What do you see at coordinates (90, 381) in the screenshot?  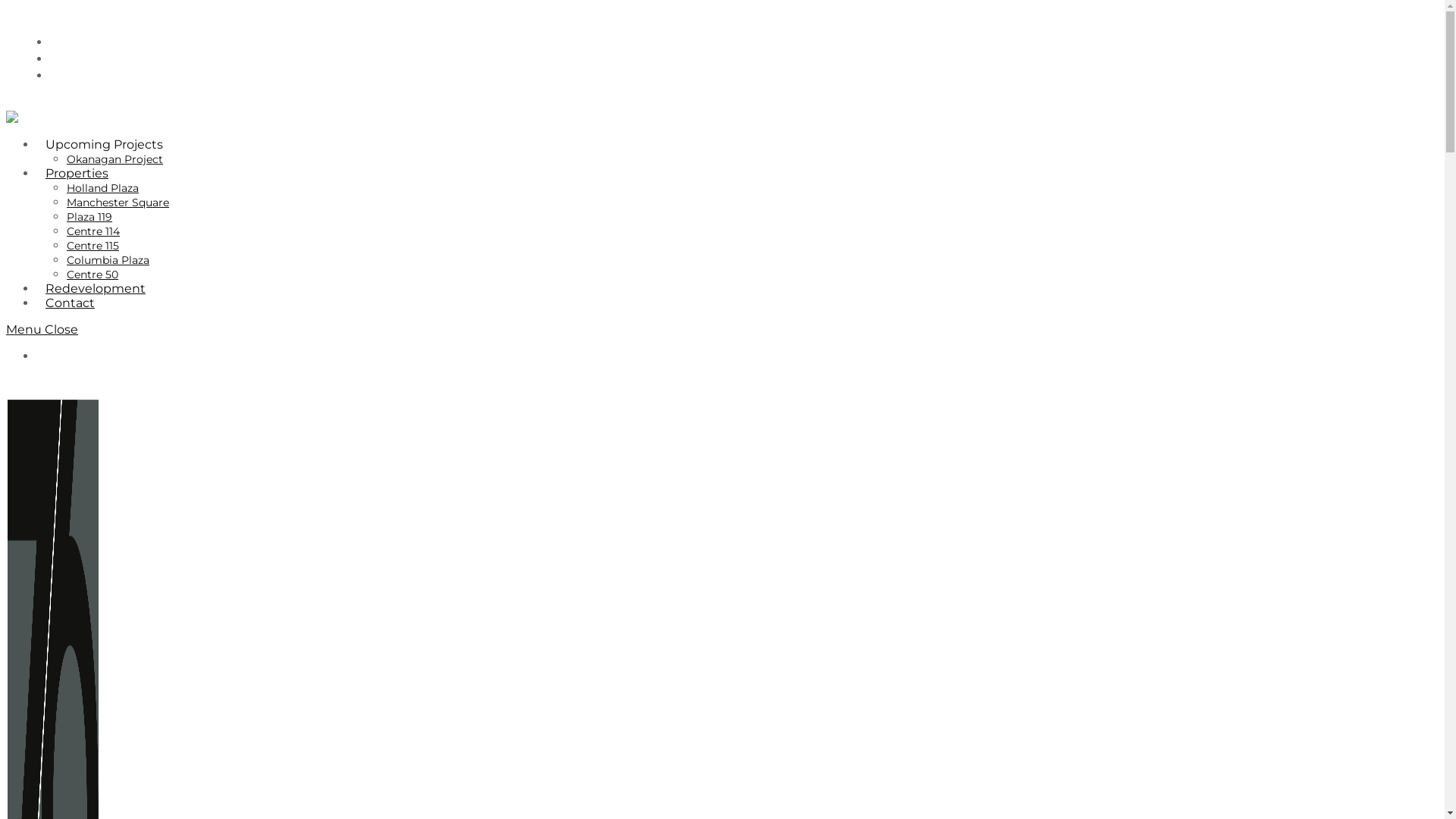 I see `'Leasing/Sales Opportunities'` at bounding box center [90, 381].